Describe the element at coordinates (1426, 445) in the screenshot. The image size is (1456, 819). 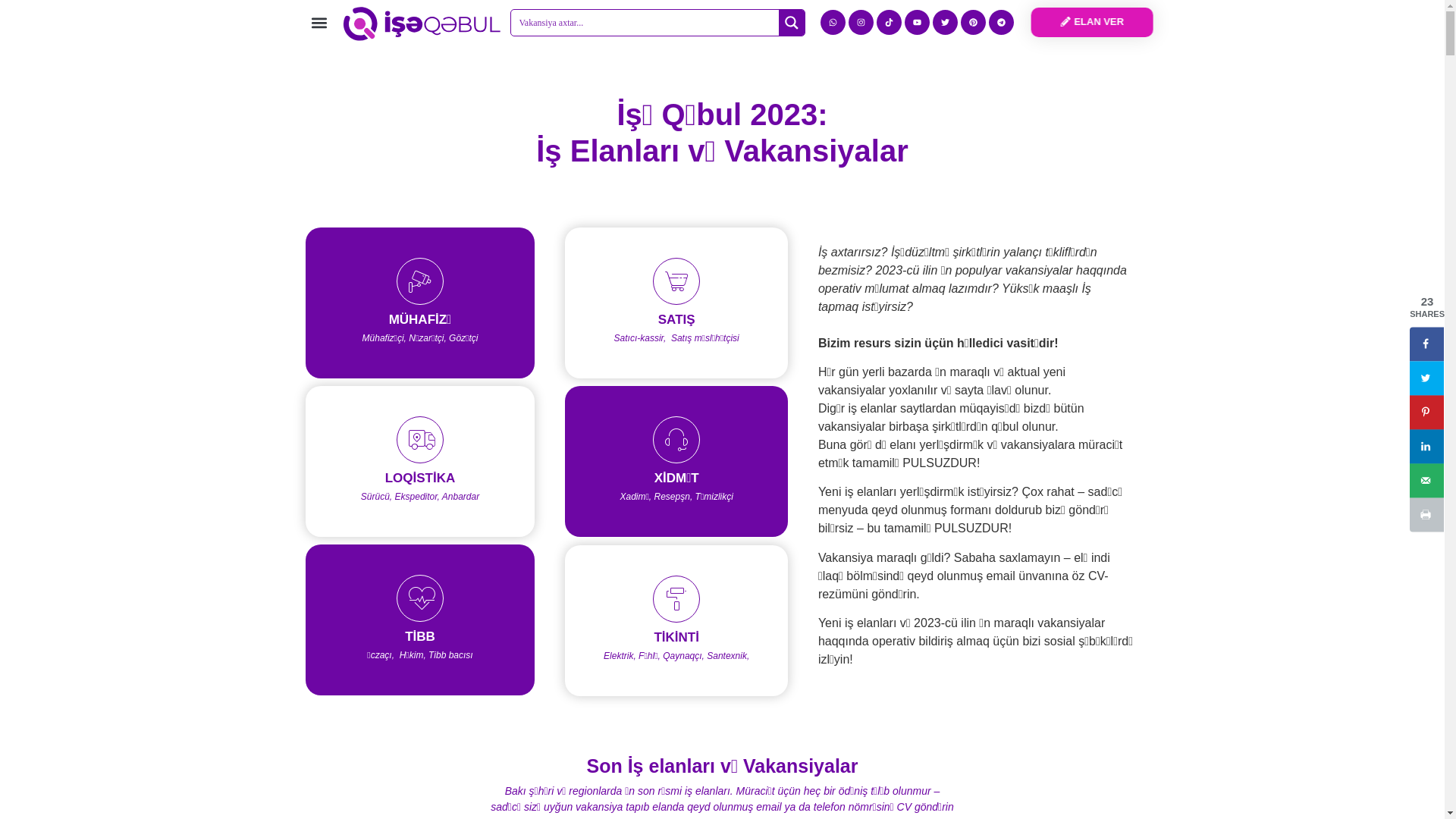
I see `'Share on LinkedIn'` at that location.